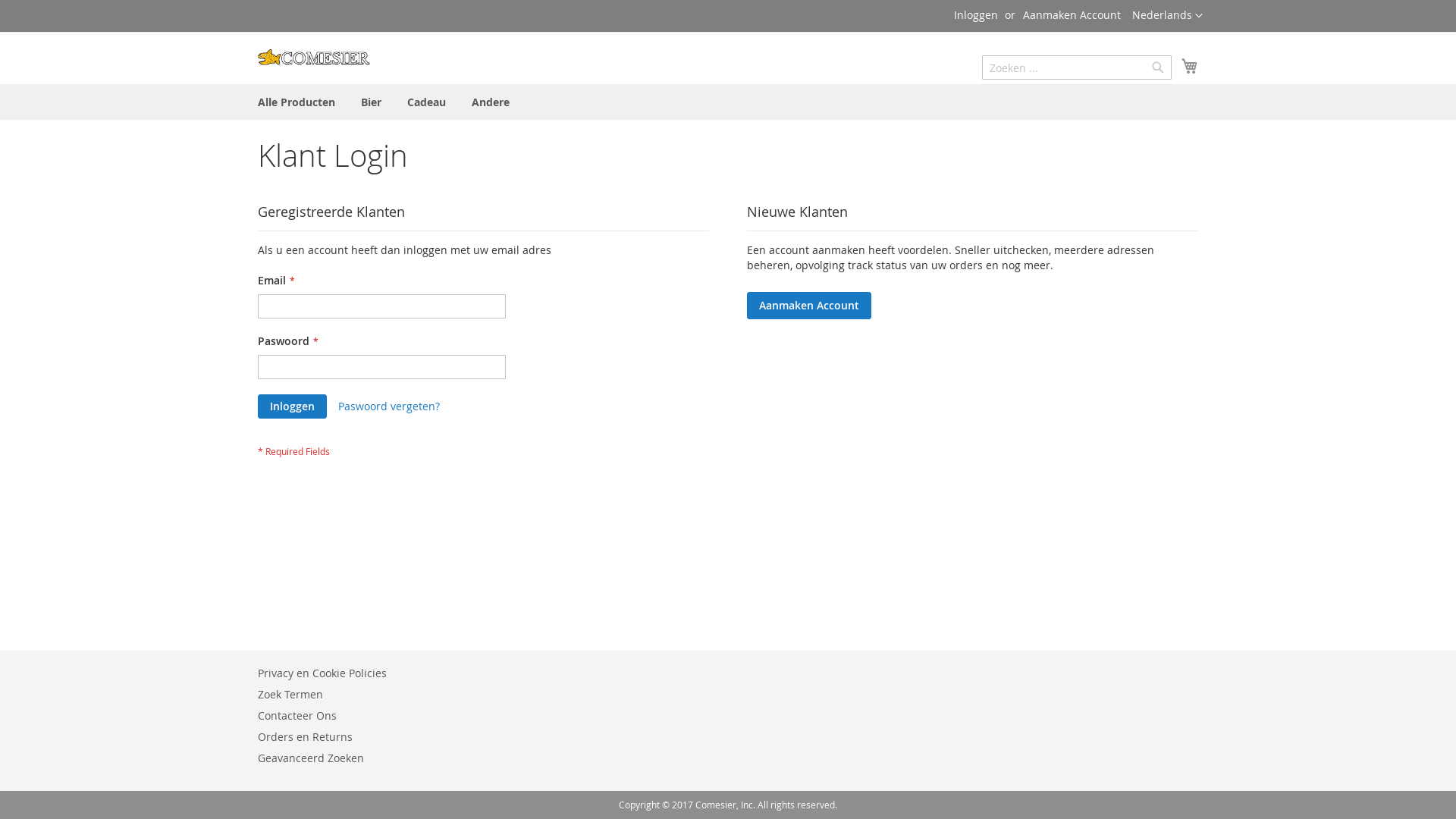  Describe the element at coordinates (322, 672) in the screenshot. I see `'Privacy en Cookie Policies'` at that location.